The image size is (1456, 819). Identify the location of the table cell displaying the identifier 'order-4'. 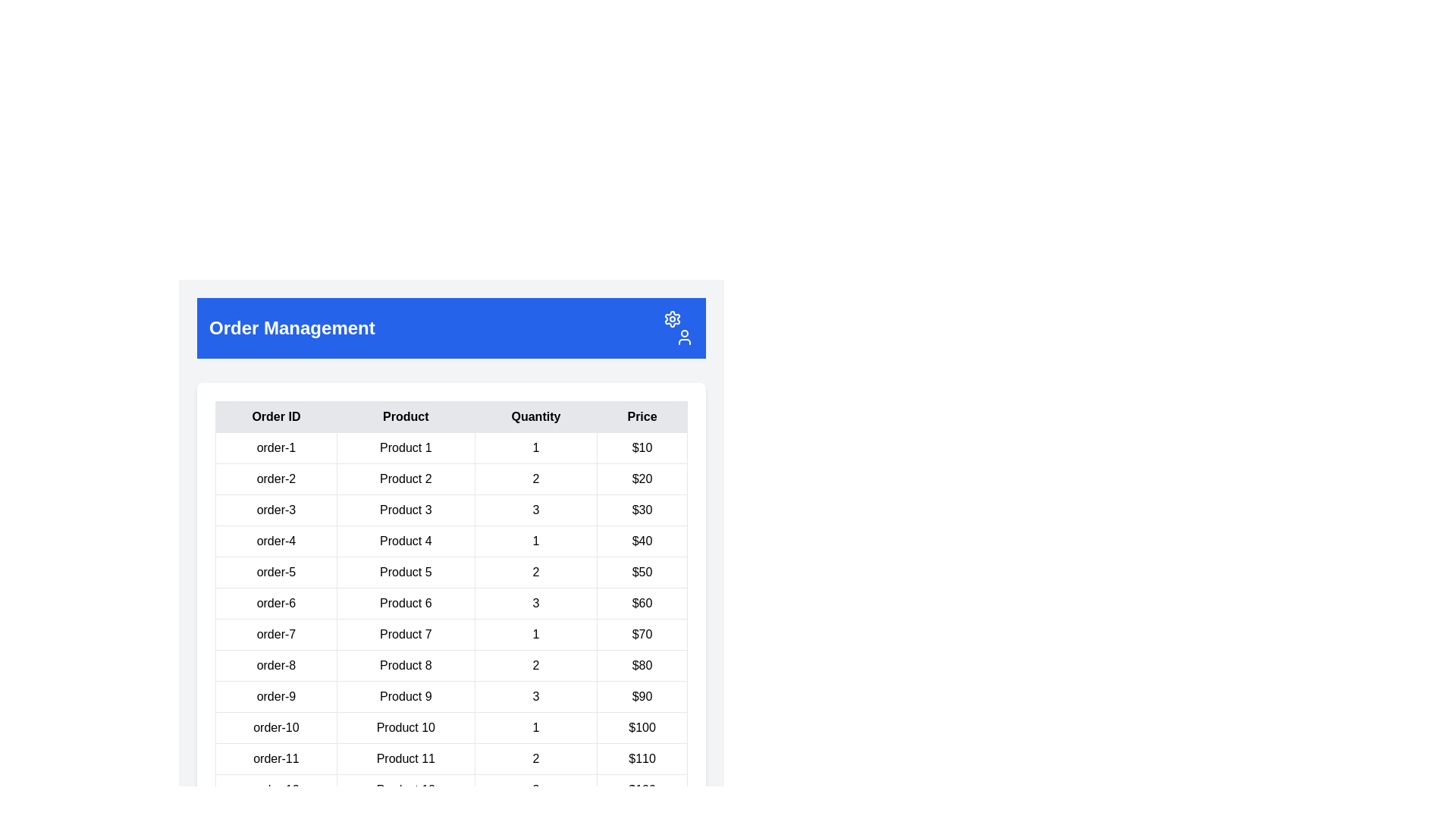
(276, 540).